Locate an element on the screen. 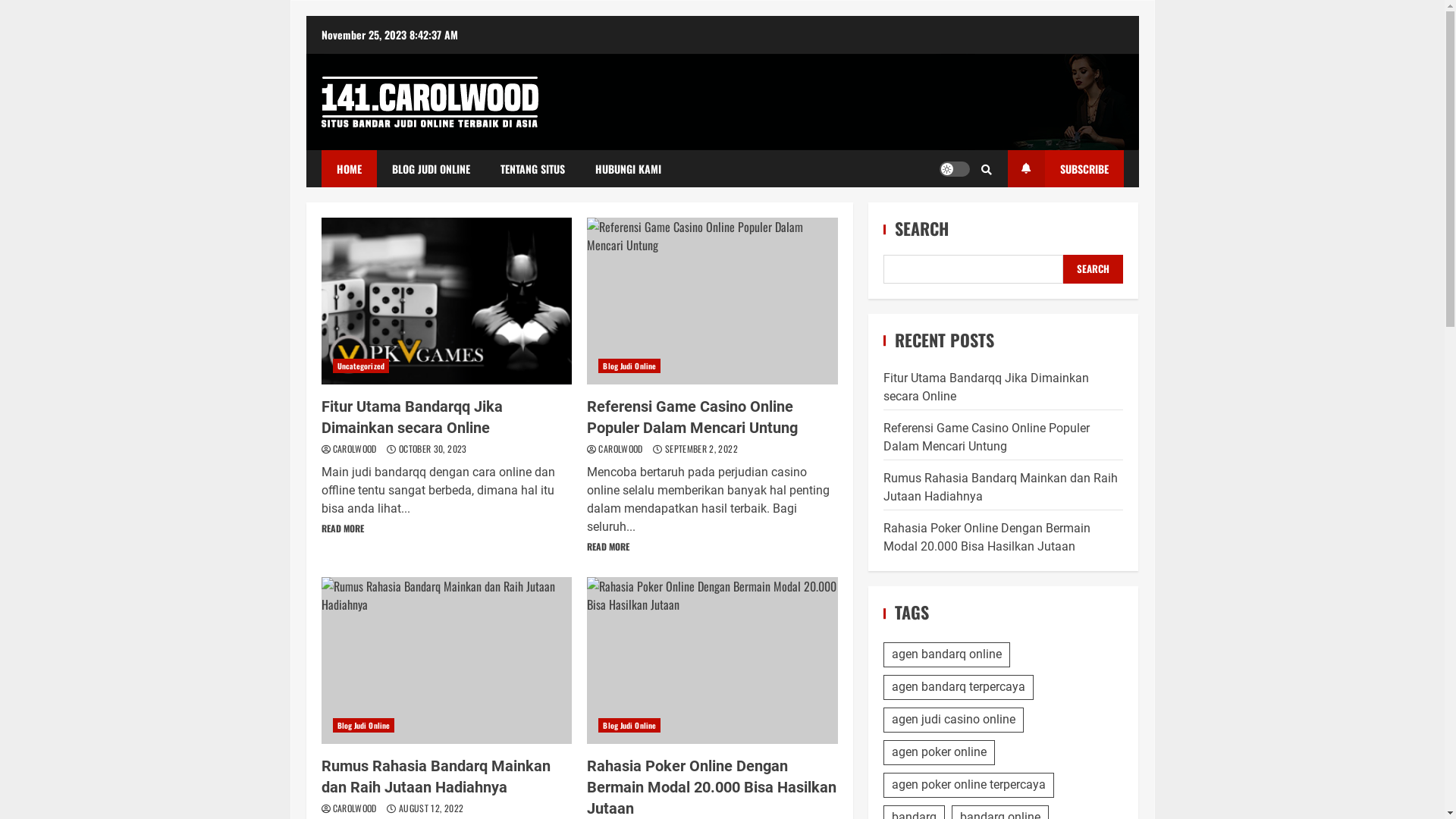 The height and width of the screenshot is (819, 1456). 'TENTANG SITUS' is located at coordinates (532, 168).